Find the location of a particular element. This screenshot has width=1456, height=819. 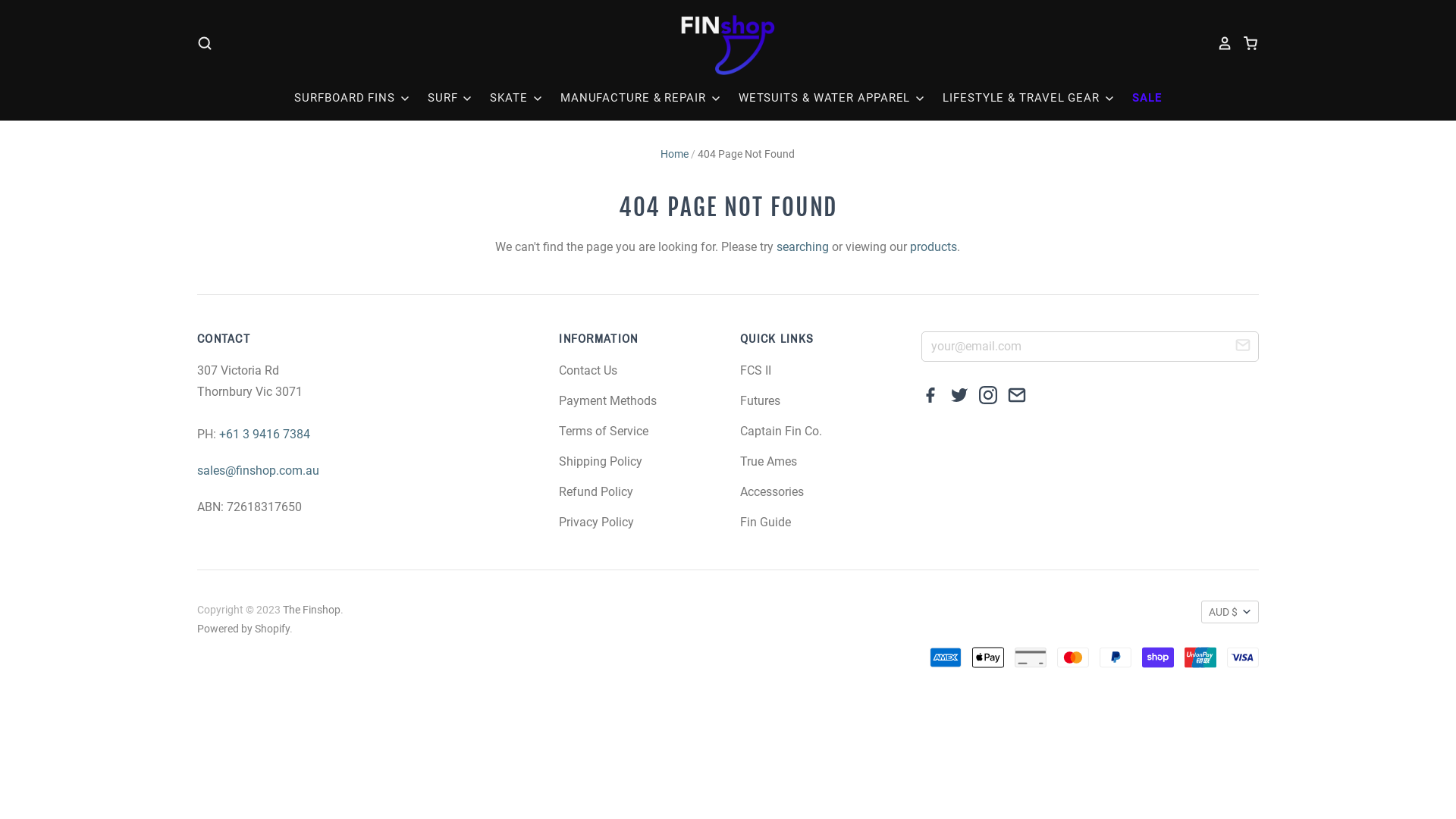

'SKATE' is located at coordinates (509, 97).